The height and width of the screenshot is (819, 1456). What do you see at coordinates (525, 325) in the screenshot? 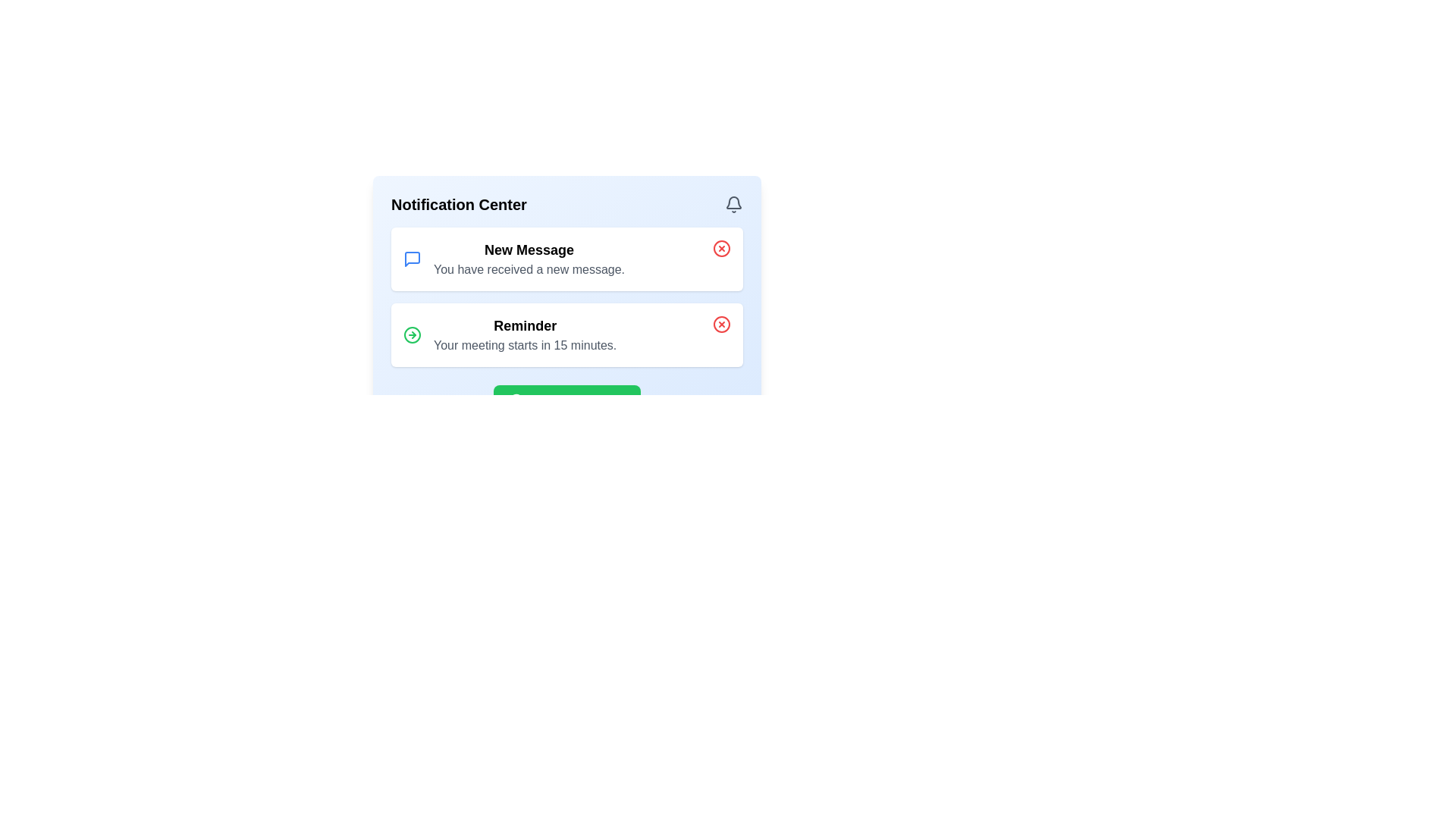
I see `title text label of the notification card situated above the supportive text that indicates 'Your meeting starts in 15 minutes.'` at bounding box center [525, 325].